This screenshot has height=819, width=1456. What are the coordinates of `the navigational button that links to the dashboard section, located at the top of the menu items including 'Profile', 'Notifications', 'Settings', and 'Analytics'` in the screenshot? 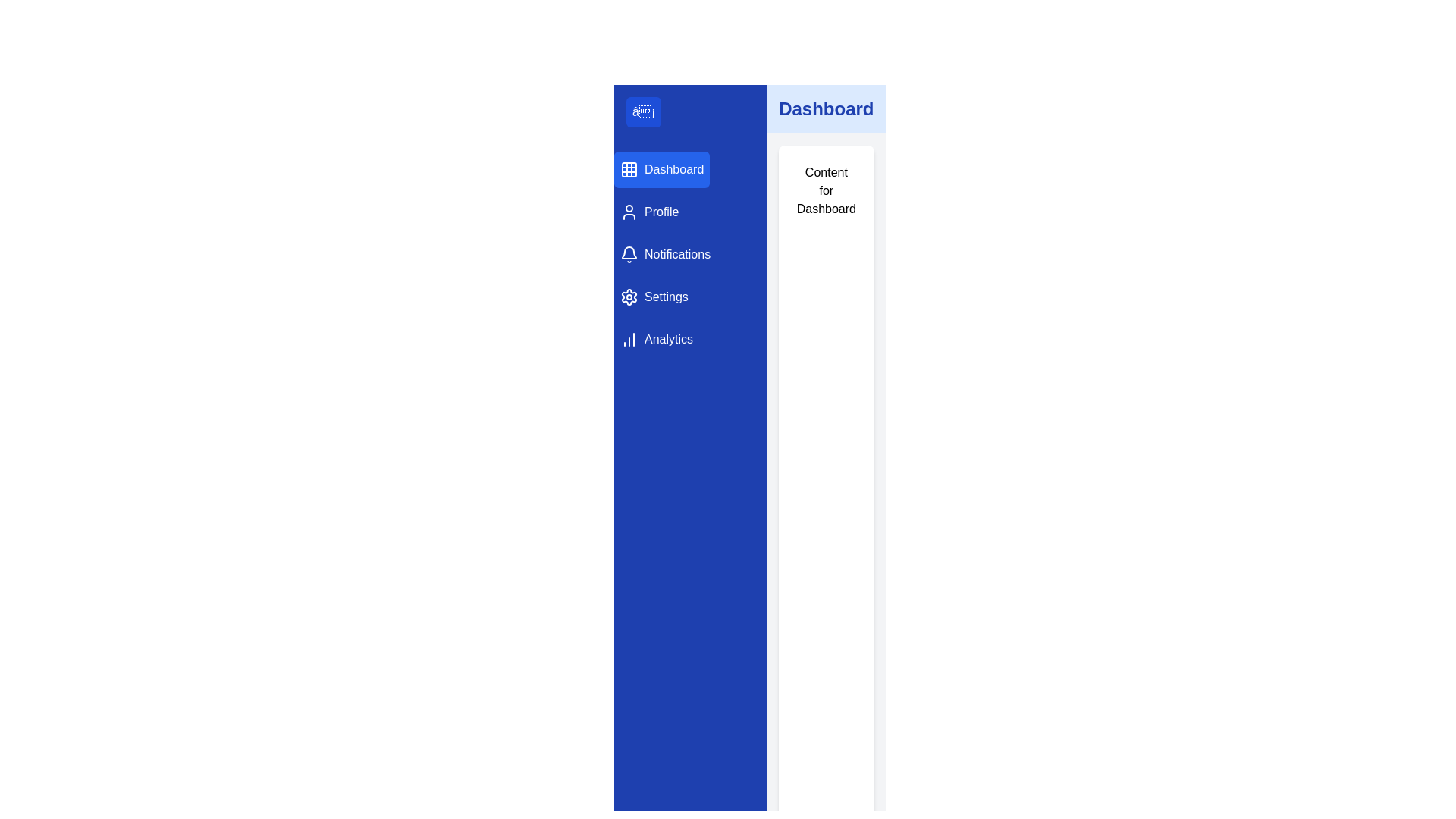 It's located at (662, 169).